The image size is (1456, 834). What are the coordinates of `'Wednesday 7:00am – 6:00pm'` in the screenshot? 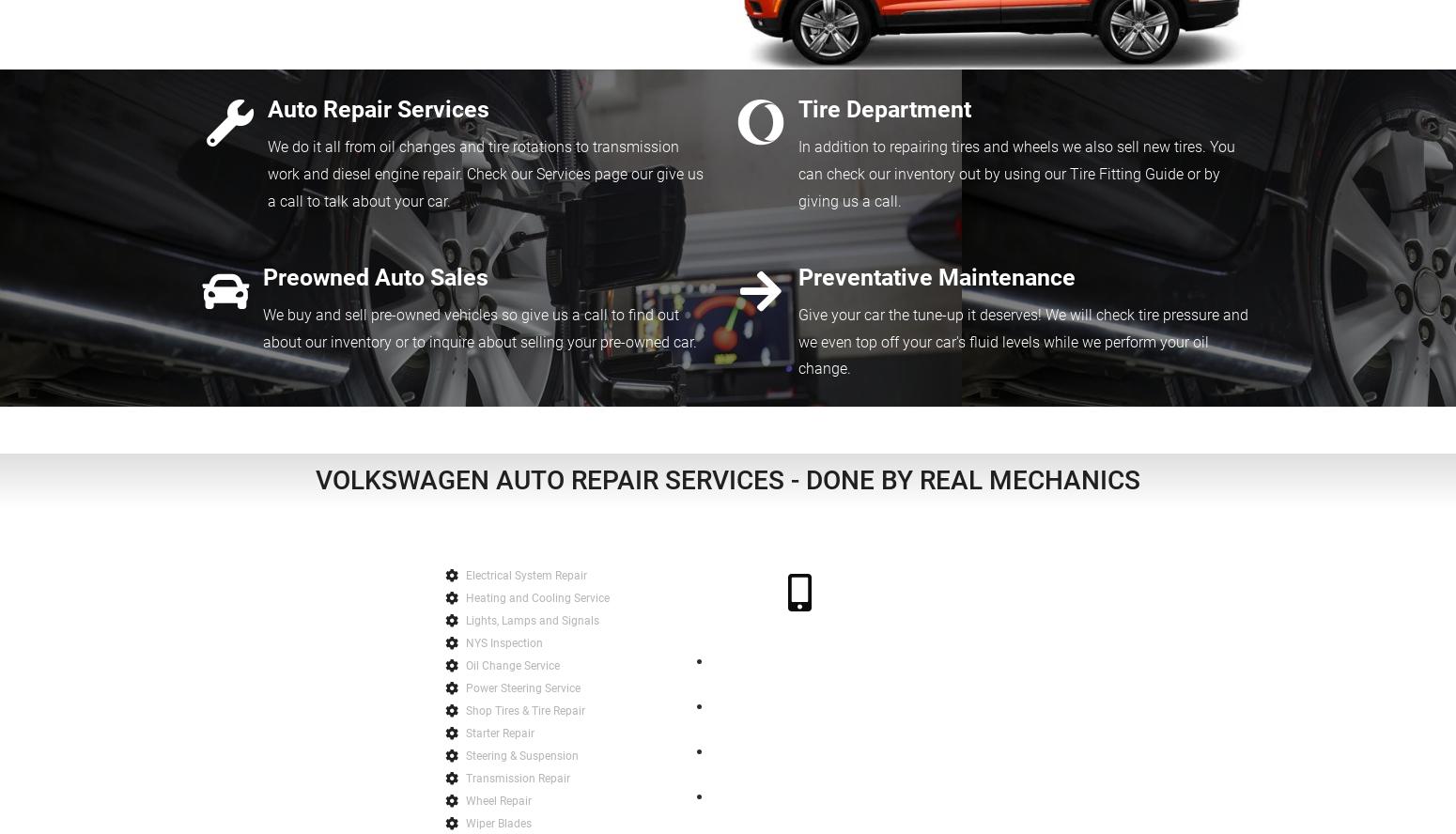 It's located at (798, 762).